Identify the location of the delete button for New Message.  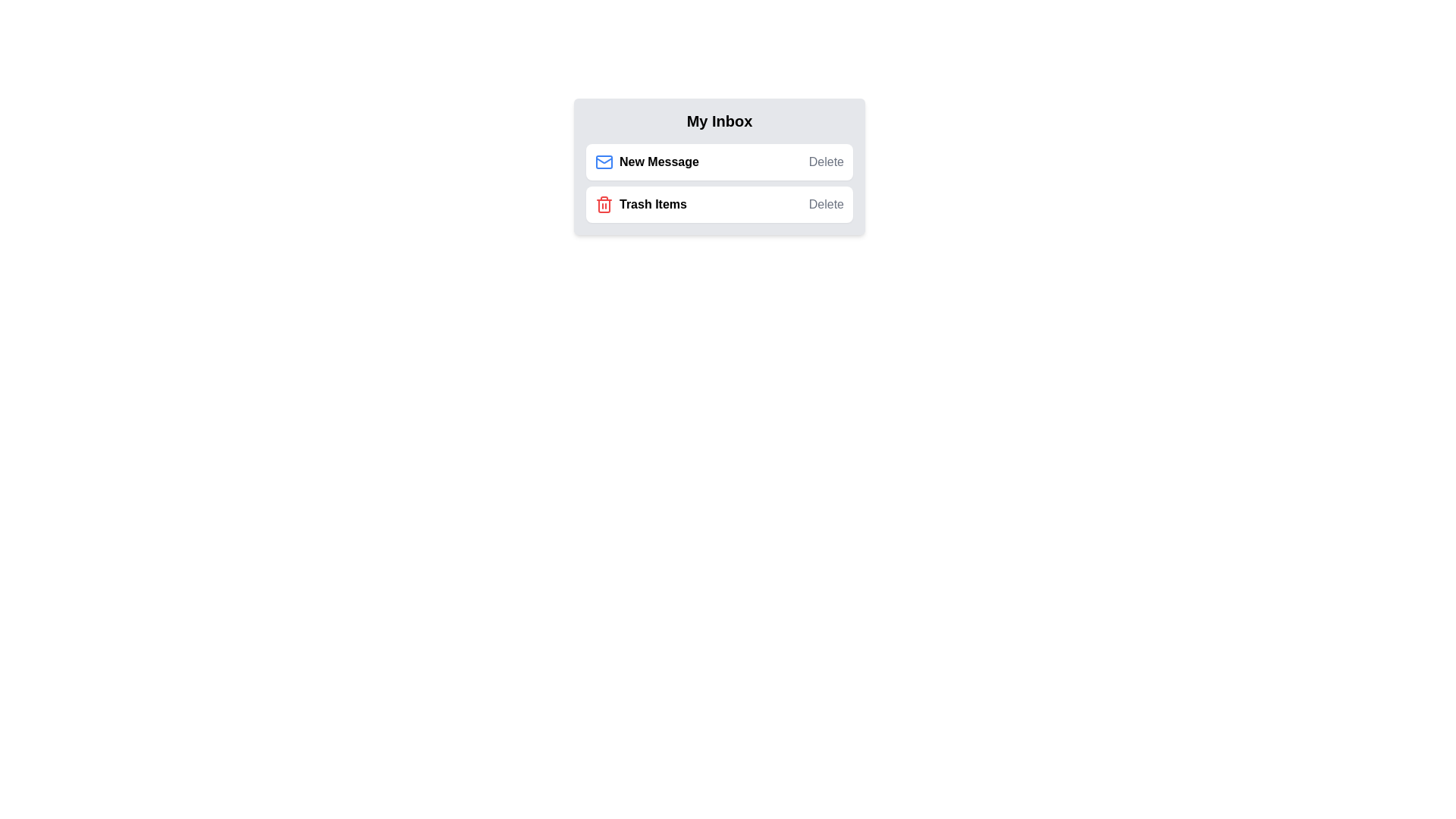
(825, 162).